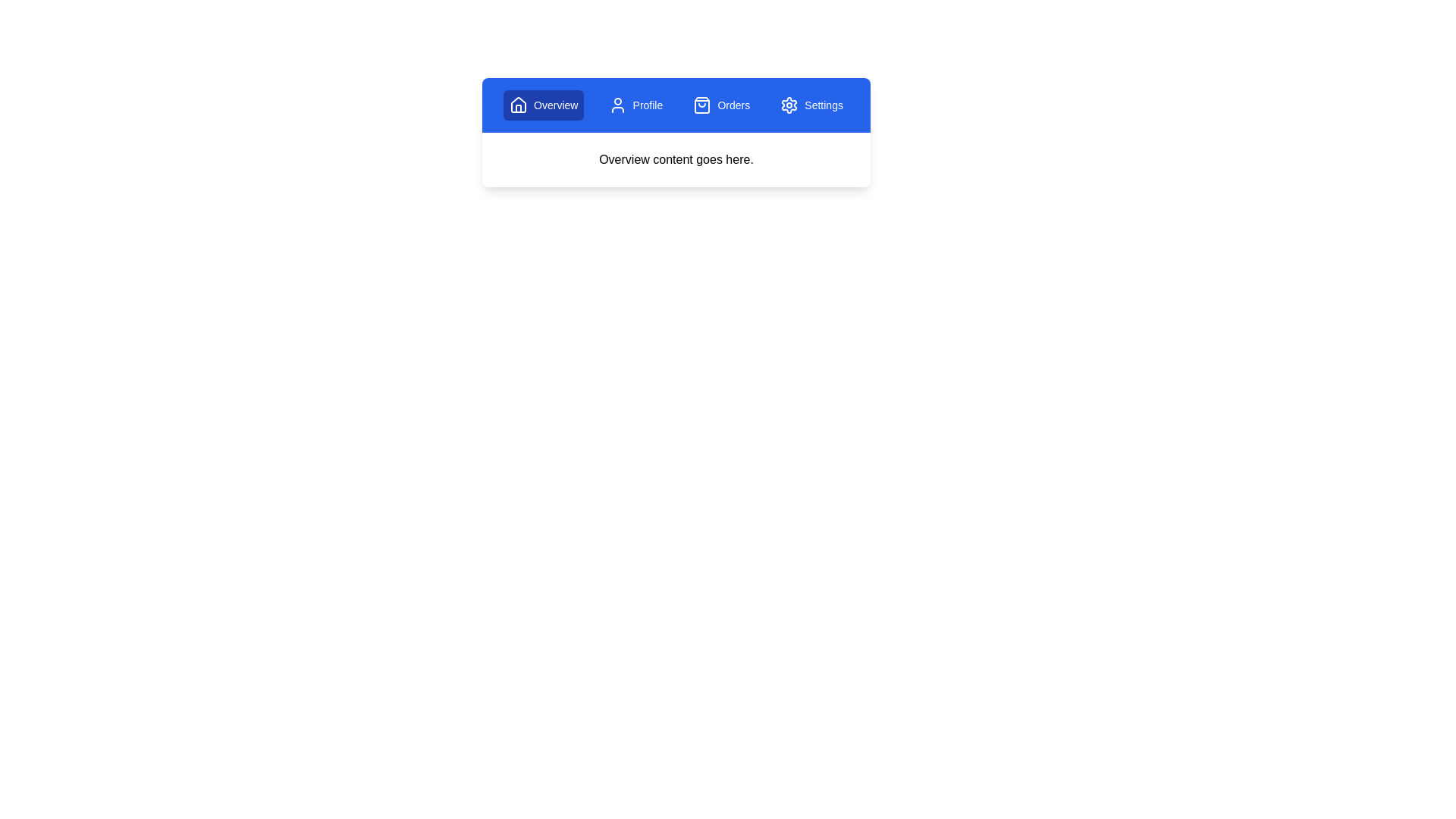 The height and width of the screenshot is (819, 1456). Describe the element at coordinates (733, 104) in the screenshot. I see `the 'Orders' text label in the navigation bar, which indicates the purpose of the associated button for navigating to orders-related sections` at that location.